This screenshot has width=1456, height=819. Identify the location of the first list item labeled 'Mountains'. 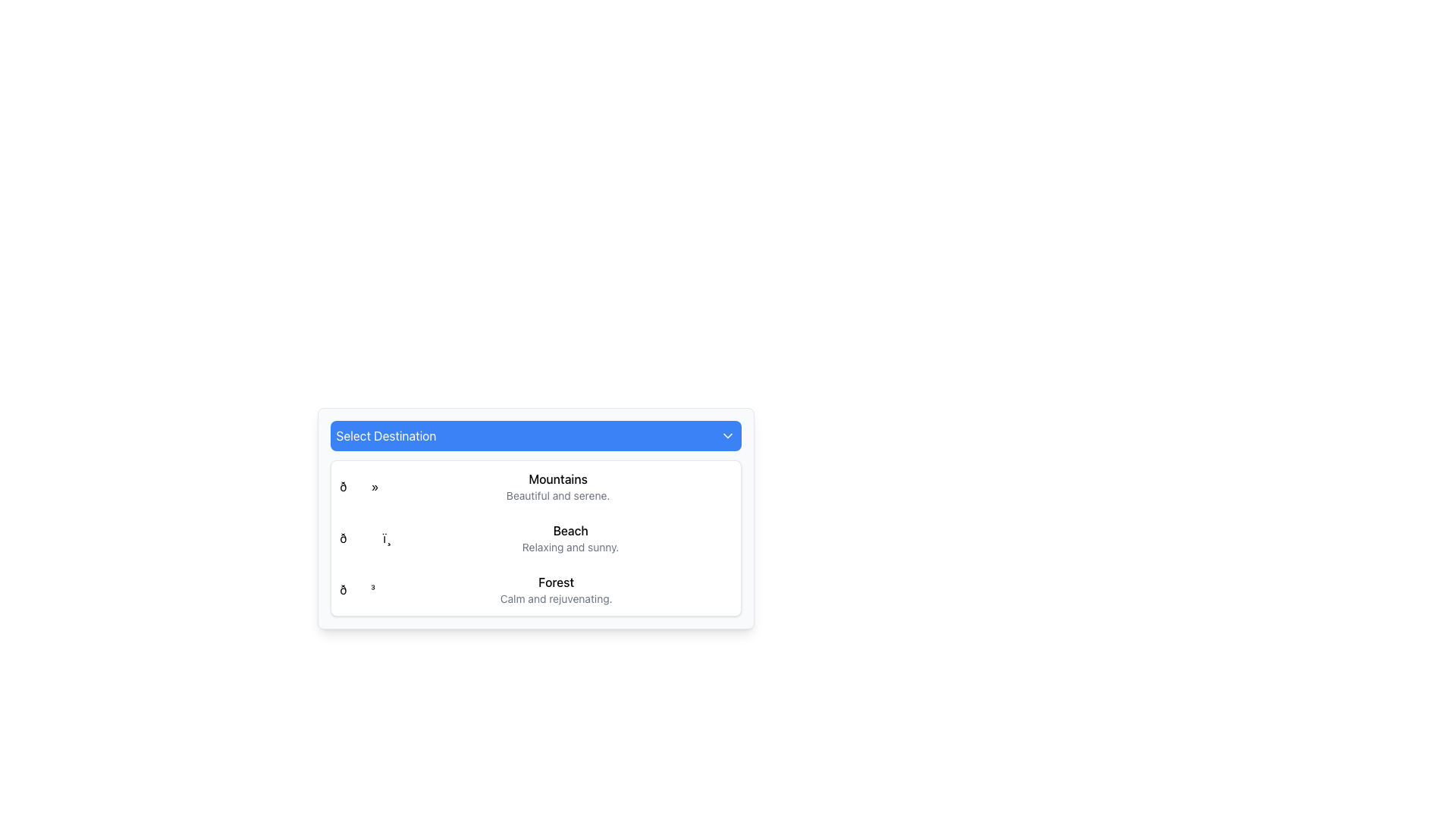
(535, 486).